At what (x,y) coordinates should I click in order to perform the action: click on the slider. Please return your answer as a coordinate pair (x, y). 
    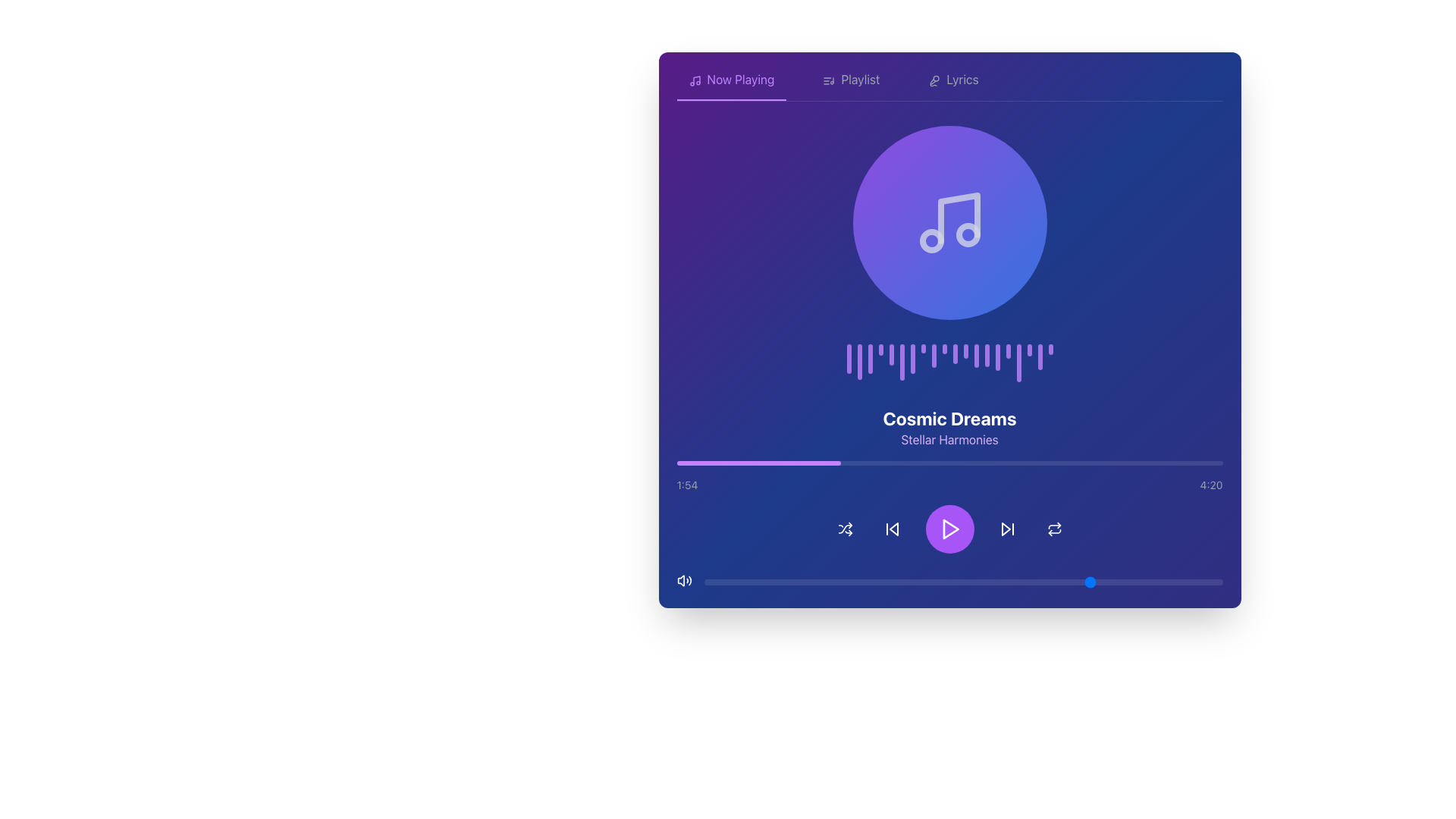
    Looking at the image, I should click on (1020, 581).